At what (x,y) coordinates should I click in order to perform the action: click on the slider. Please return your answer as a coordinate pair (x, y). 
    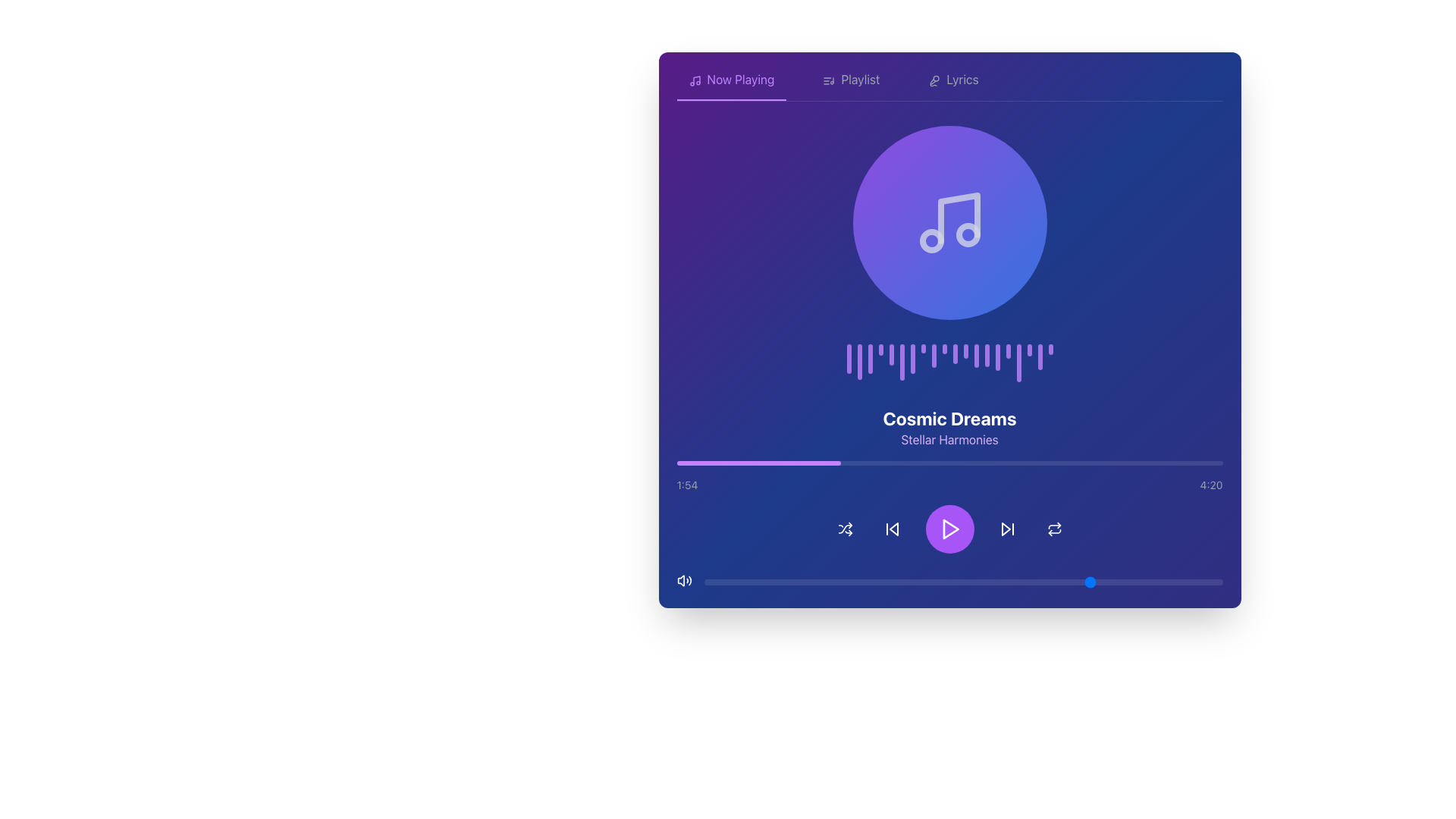
    Looking at the image, I should click on (1020, 581).